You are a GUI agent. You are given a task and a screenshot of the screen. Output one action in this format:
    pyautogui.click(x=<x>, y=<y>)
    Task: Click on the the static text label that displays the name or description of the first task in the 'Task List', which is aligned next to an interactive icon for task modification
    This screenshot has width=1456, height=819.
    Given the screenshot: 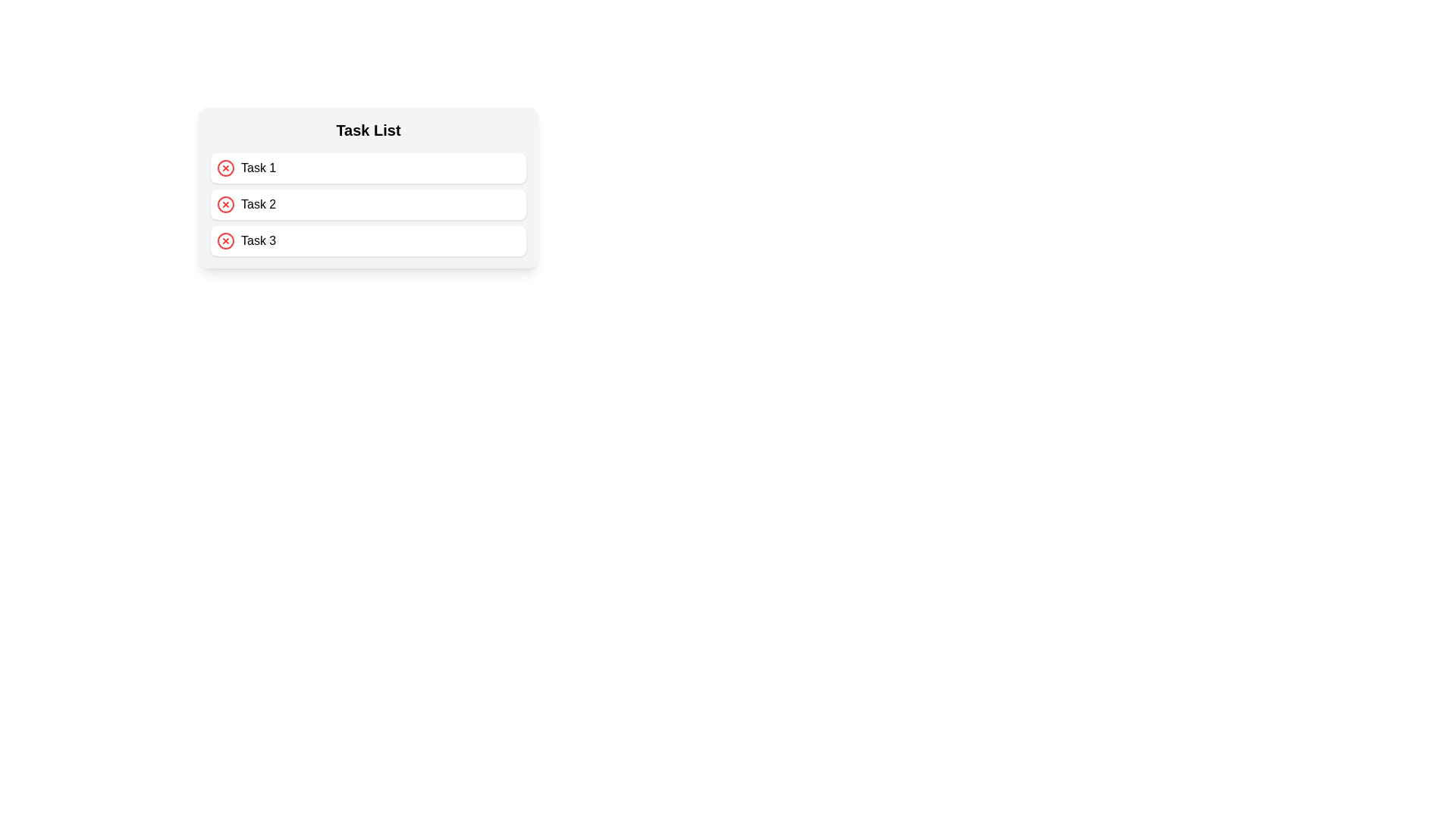 What is the action you would take?
    pyautogui.click(x=259, y=168)
    